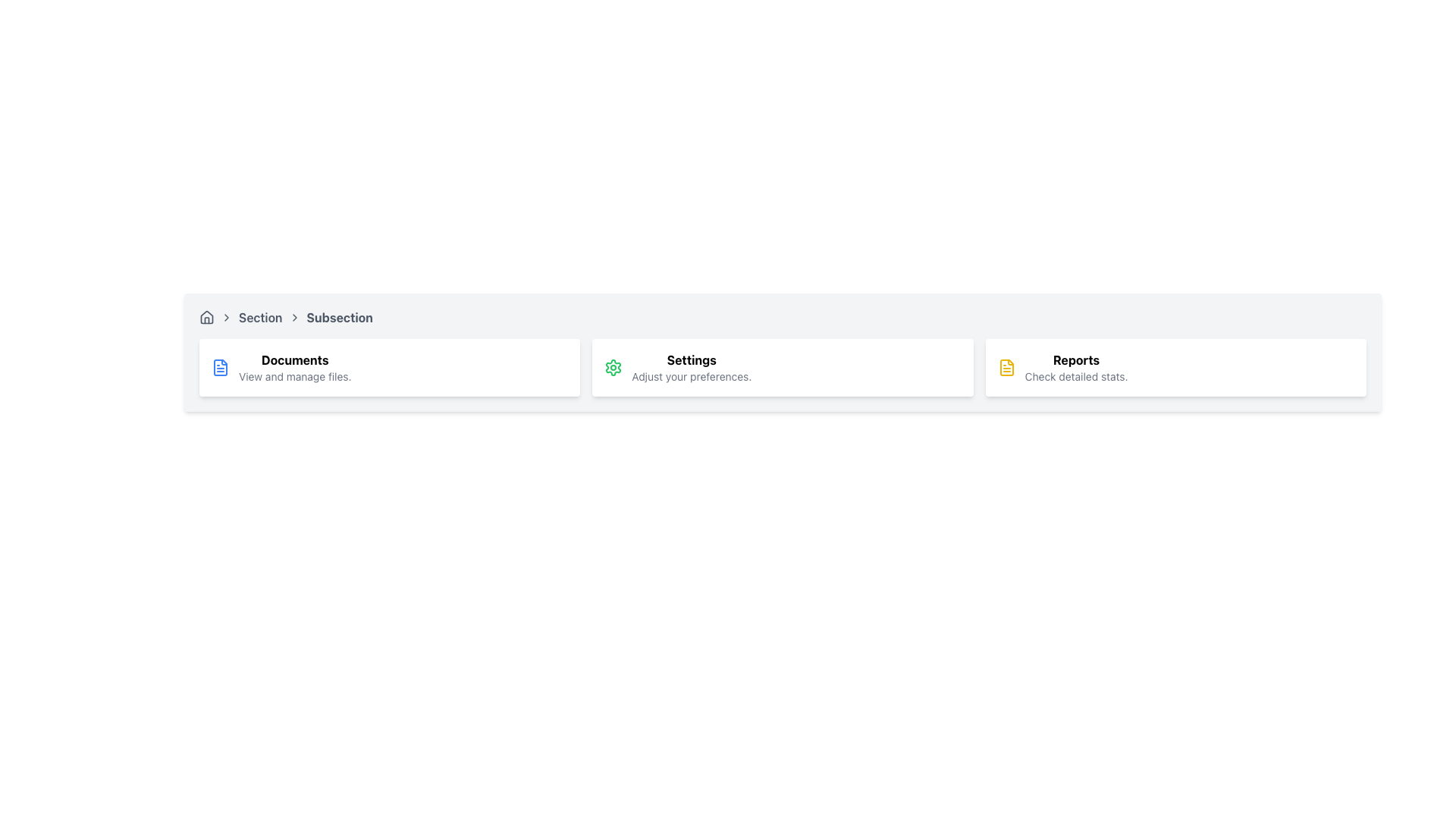 Image resolution: width=1456 pixels, height=819 pixels. Describe the element at coordinates (1075, 368) in the screenshot. I see `the text label that displays 'Reports' in bold and 'Check detailed stats.' in gray, located in the rightmost card of three cards` at that location.